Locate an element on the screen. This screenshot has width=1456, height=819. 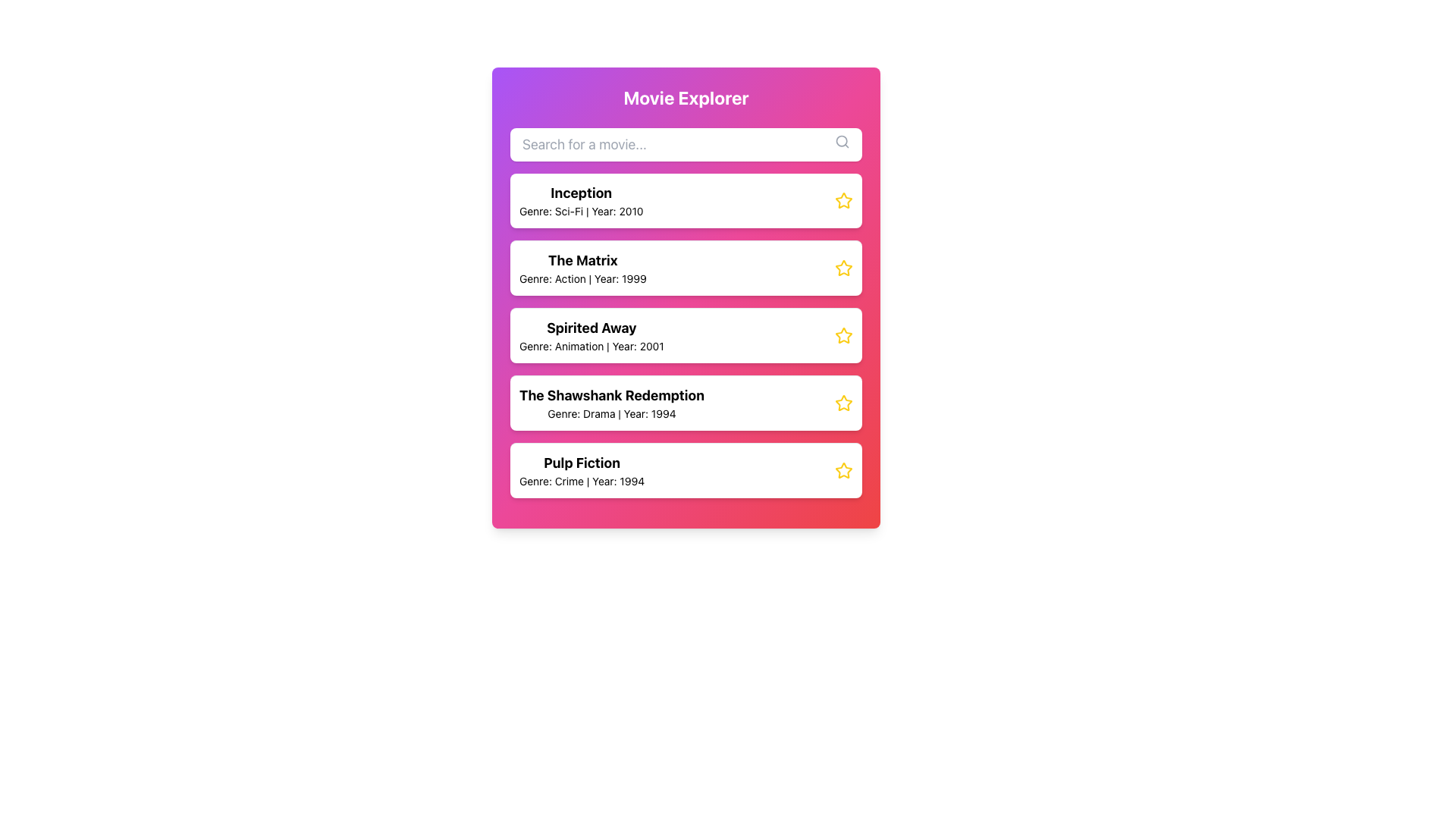
the search icon located at the far right of the input field in the search bar area is located at coordinates (841, 141).